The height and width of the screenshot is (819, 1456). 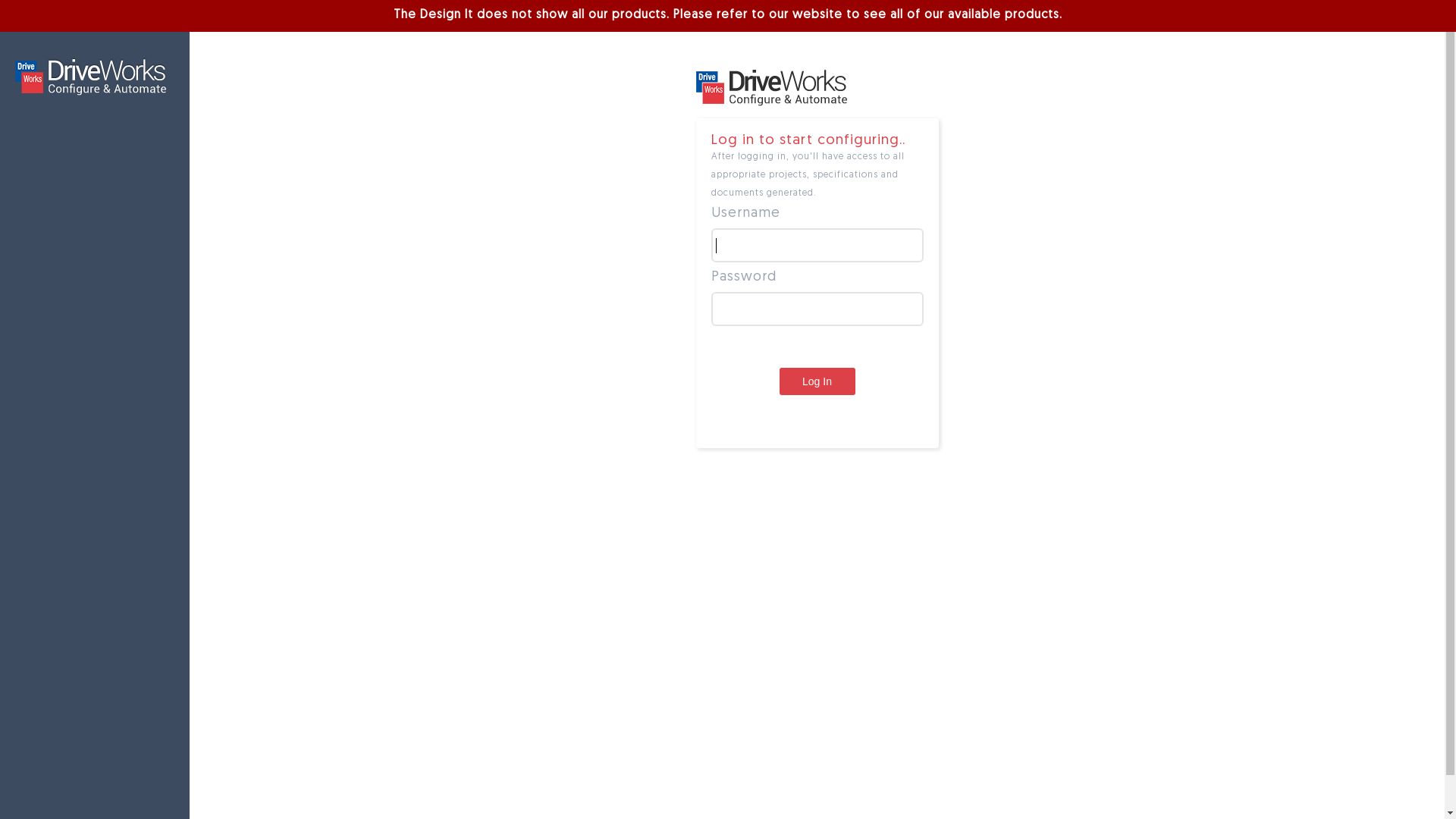 I want to click on 'Log In', so click(x=817, y=380).